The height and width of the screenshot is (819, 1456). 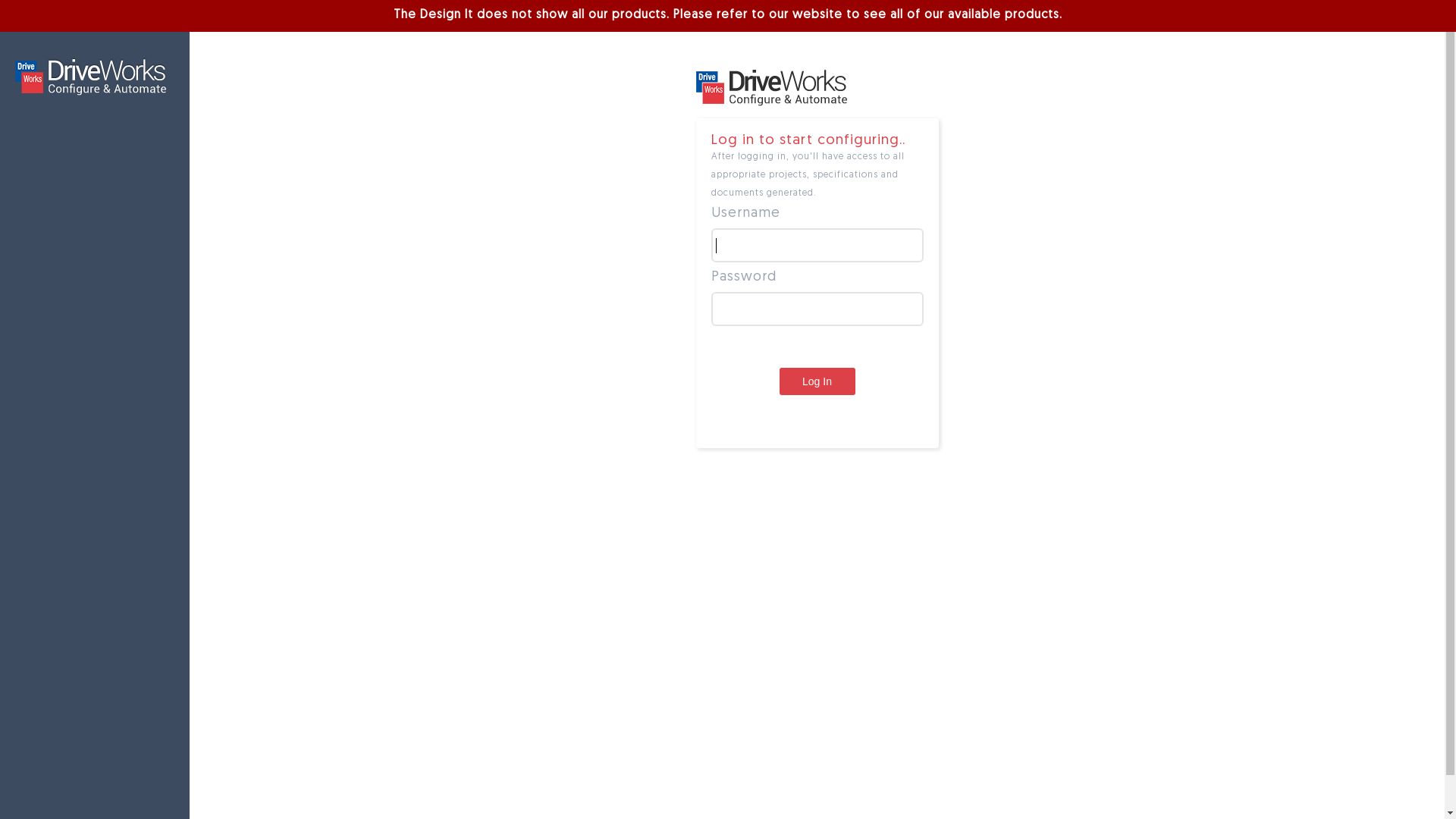 I want to click on 'Log In', so click(x=817, y=380).